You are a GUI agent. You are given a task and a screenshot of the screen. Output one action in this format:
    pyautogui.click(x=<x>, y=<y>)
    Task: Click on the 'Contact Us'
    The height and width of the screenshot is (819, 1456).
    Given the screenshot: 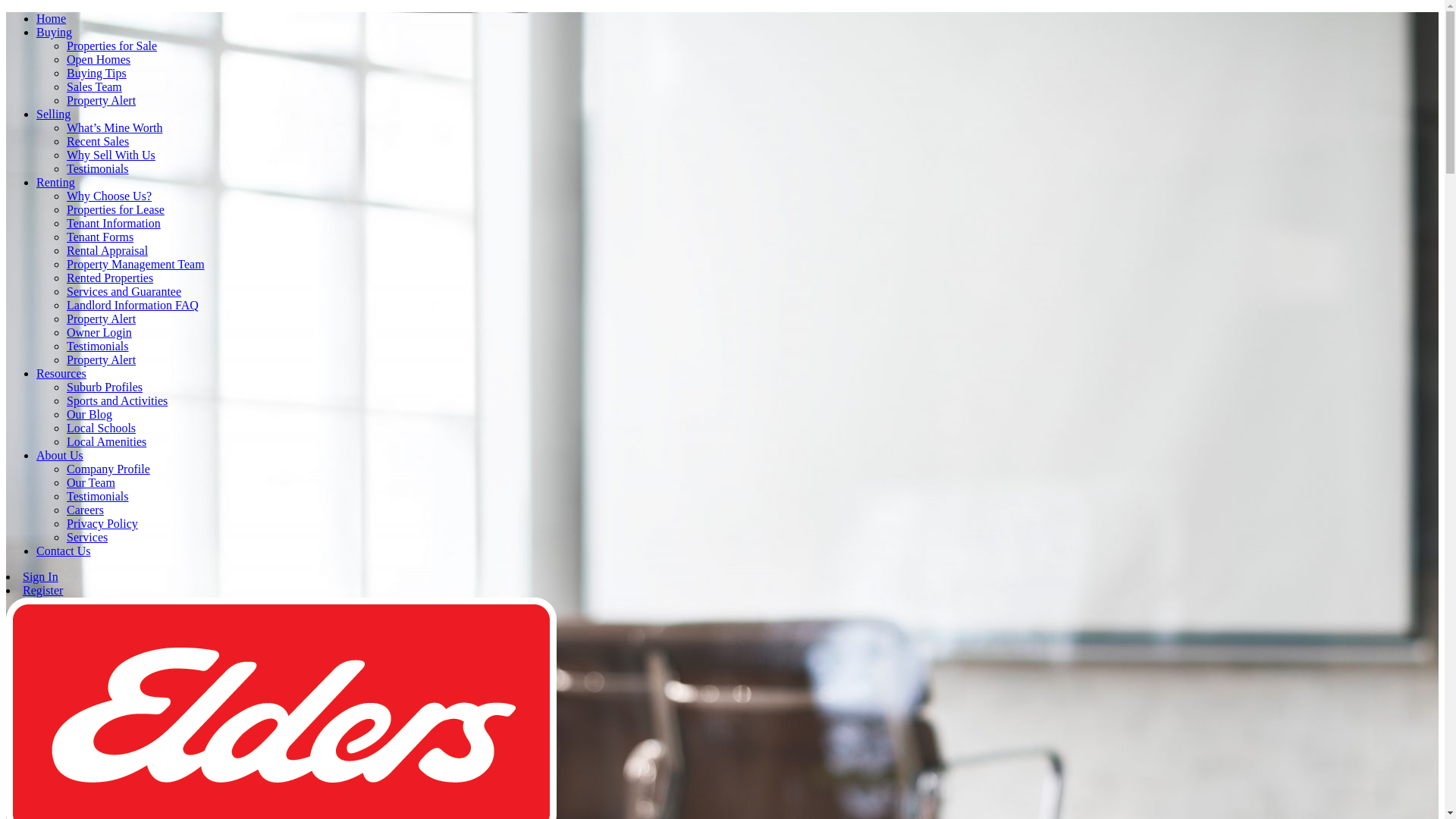 What is the action you would take?
    pyautogui.click(x=62, y=551)
    